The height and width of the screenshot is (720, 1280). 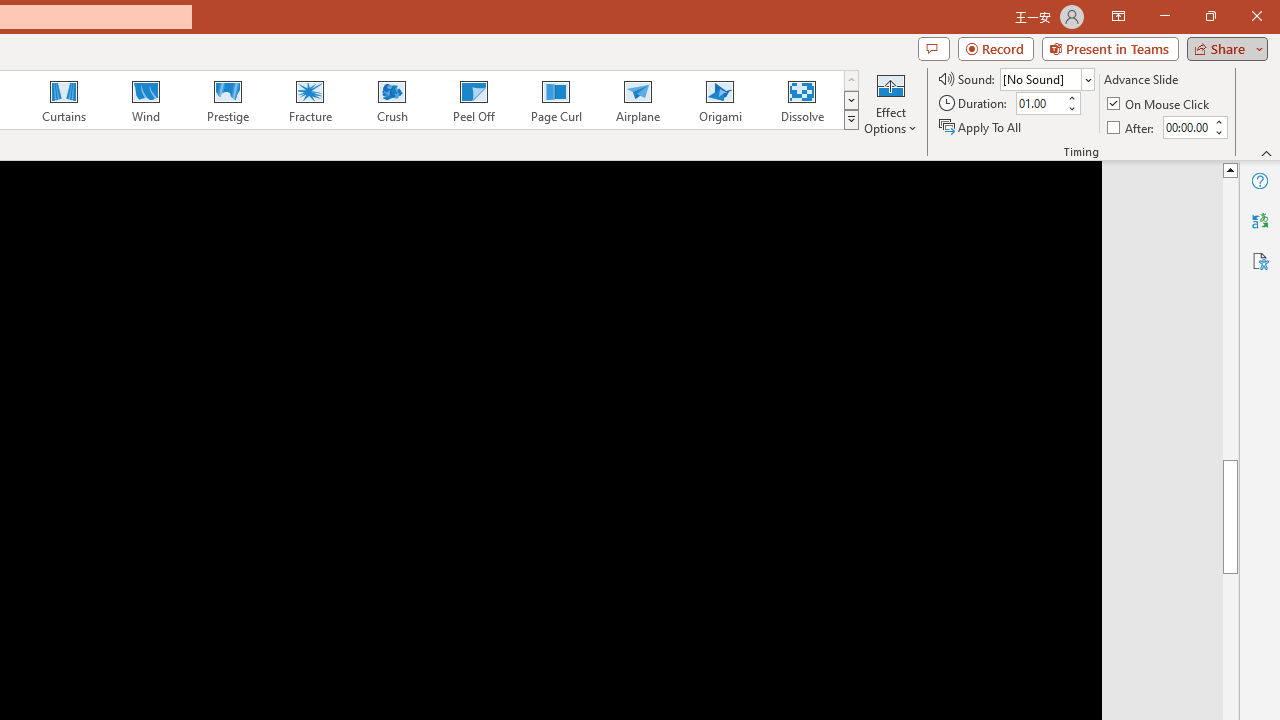 What do you see at coordinates (720, 100) in the screenshot?
I see `'Origami'` at bounding box center [720, 100].